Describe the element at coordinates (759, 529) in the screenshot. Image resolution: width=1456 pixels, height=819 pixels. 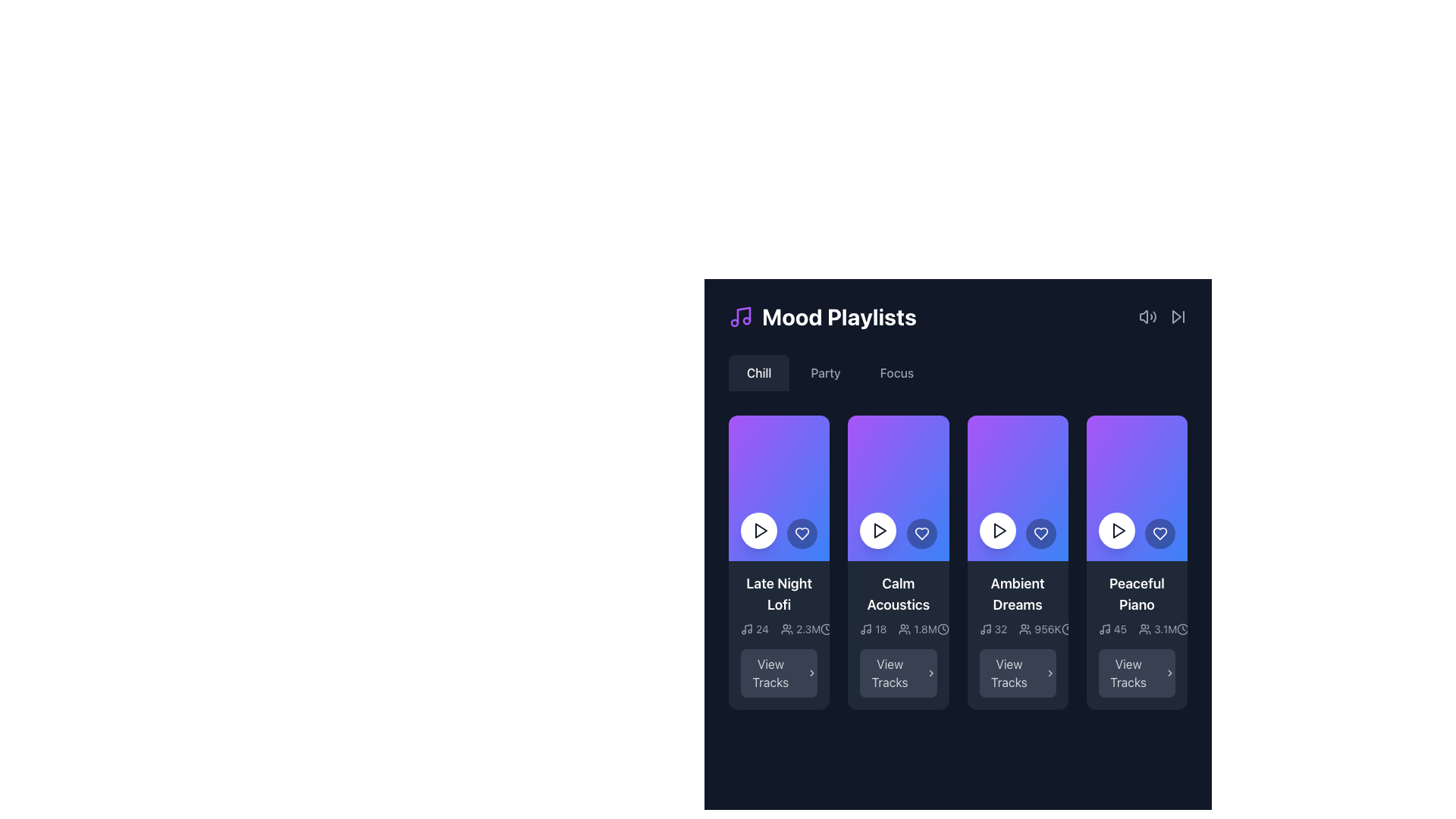
I see `the play button located in the first playlist card to enlarge it` at that location.